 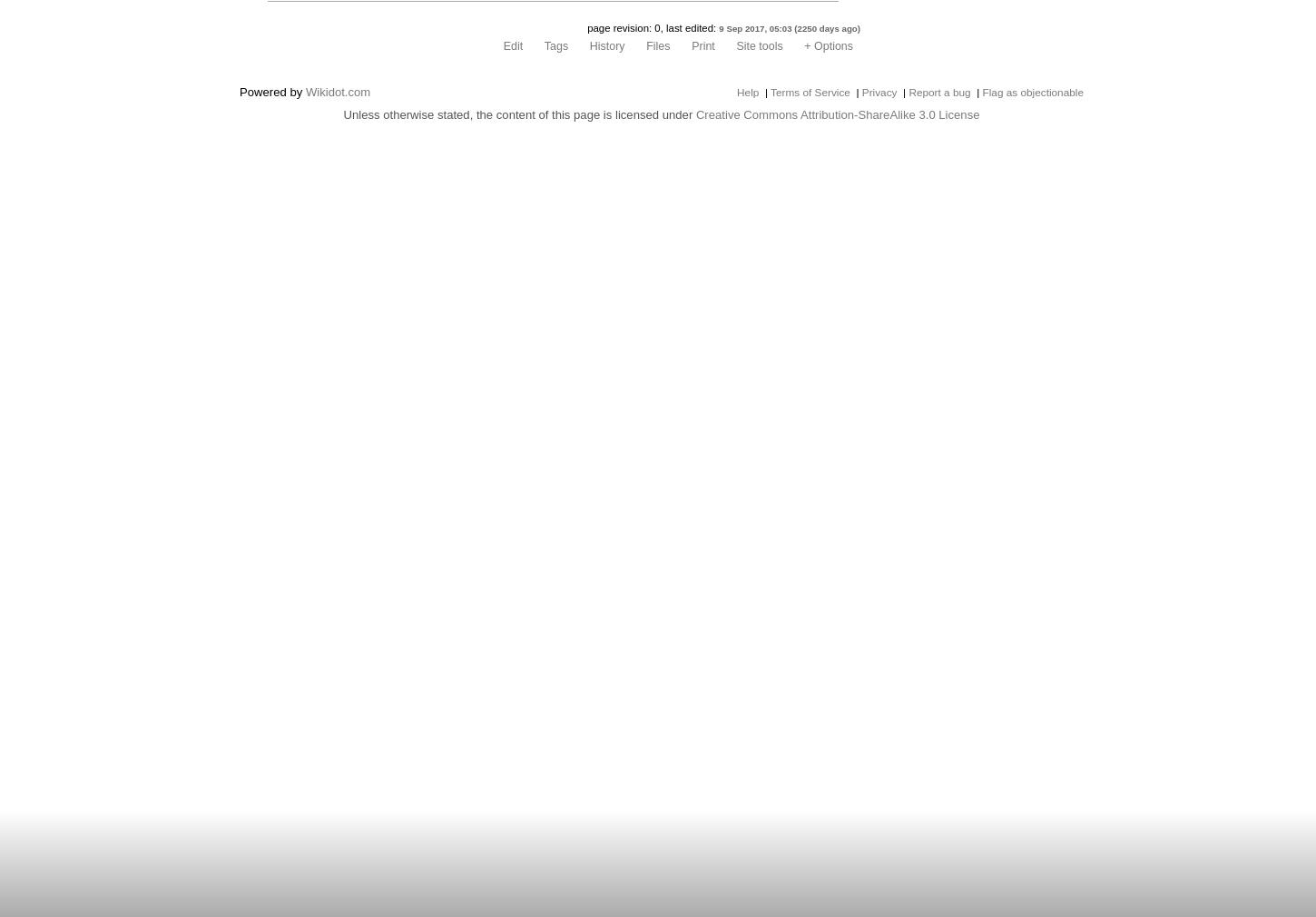 I want to click on 'Creative Commons Attribution-ShareAlike 3.0 License', so click(x=836, y=113).